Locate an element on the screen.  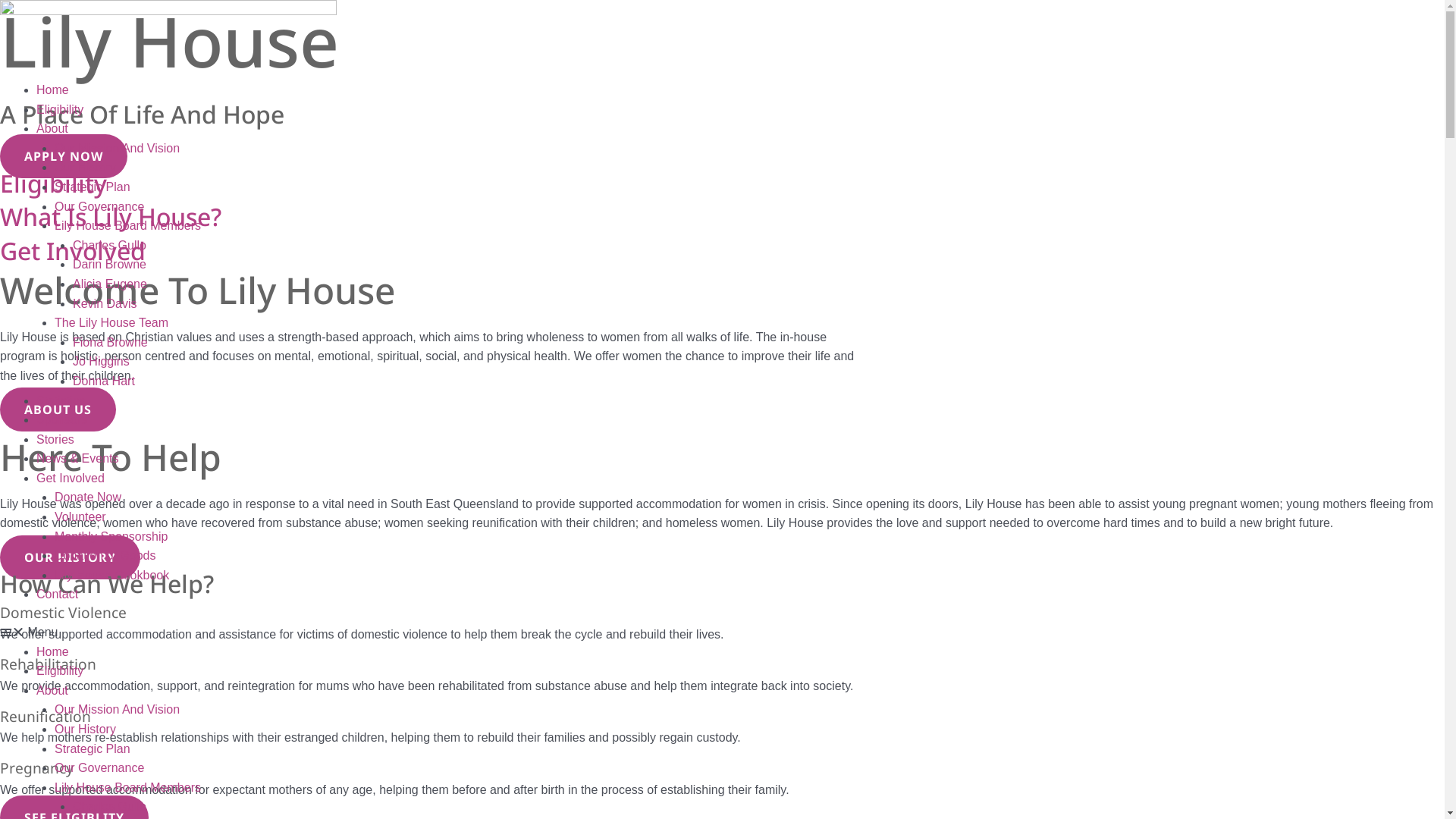
'Strategic Plan' is located at coordinates (55, 748).